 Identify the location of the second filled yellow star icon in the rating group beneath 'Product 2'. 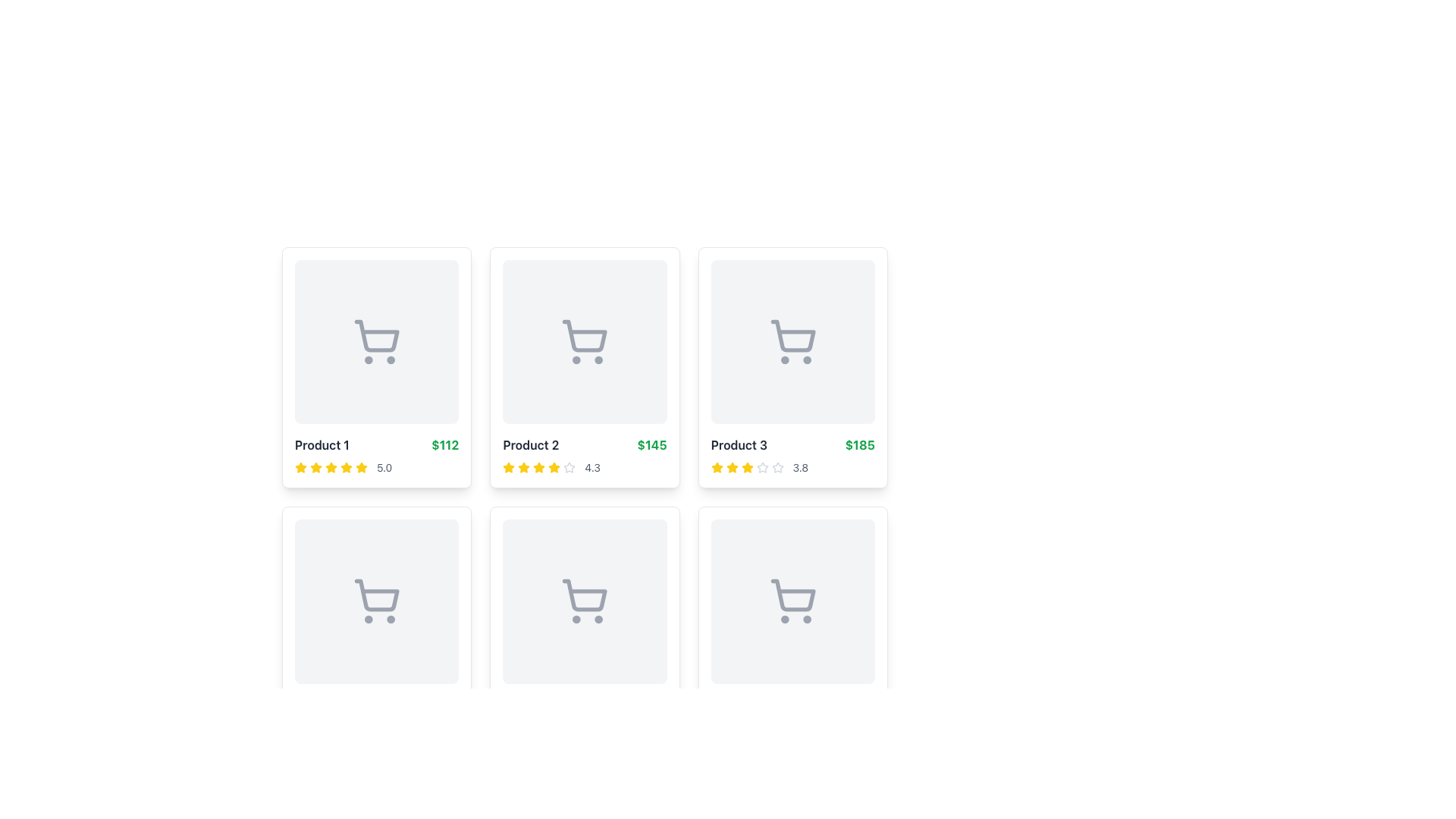
(524, 467).